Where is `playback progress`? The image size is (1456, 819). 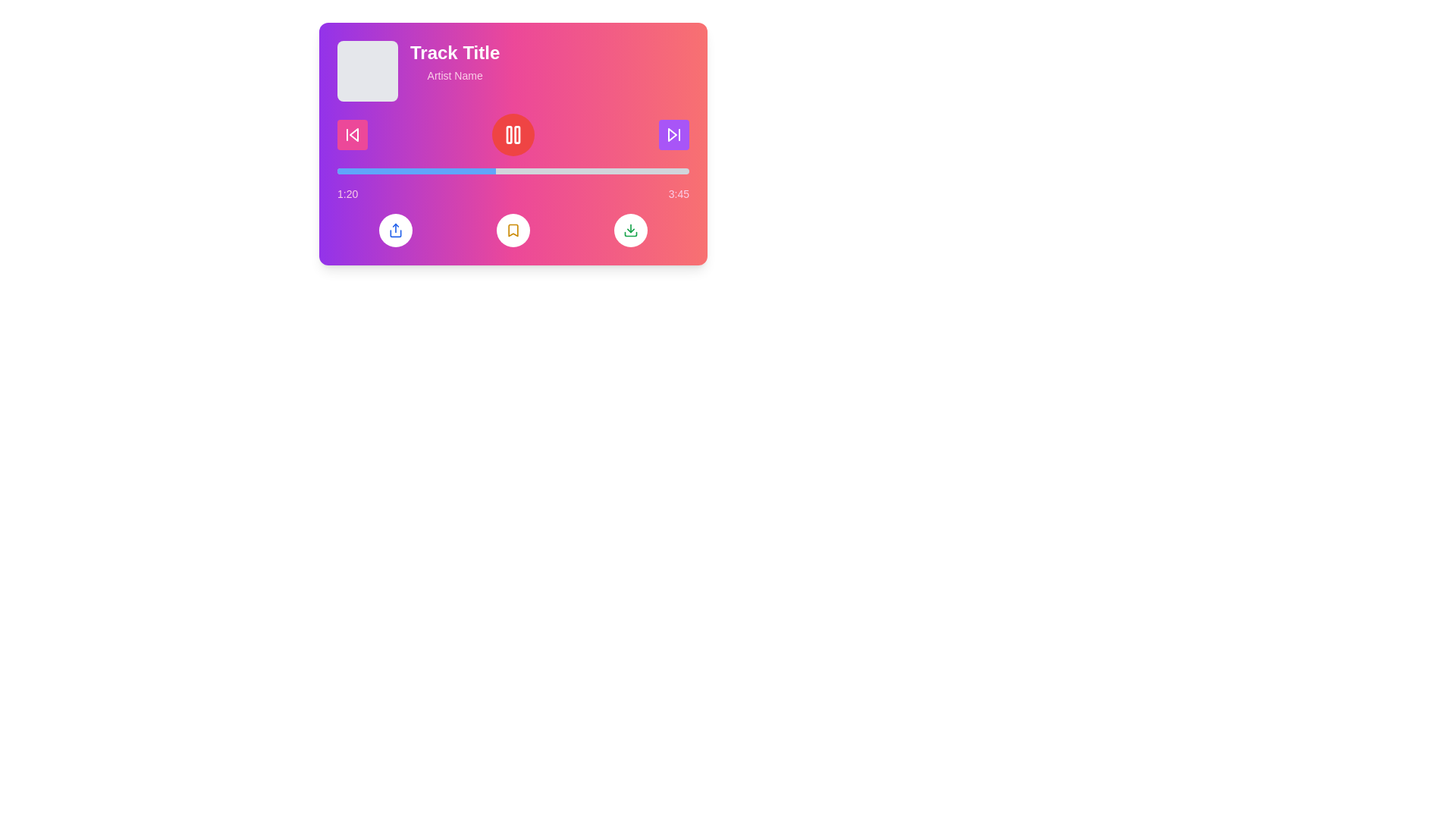 playback progress is located at coordinates (473, 171).